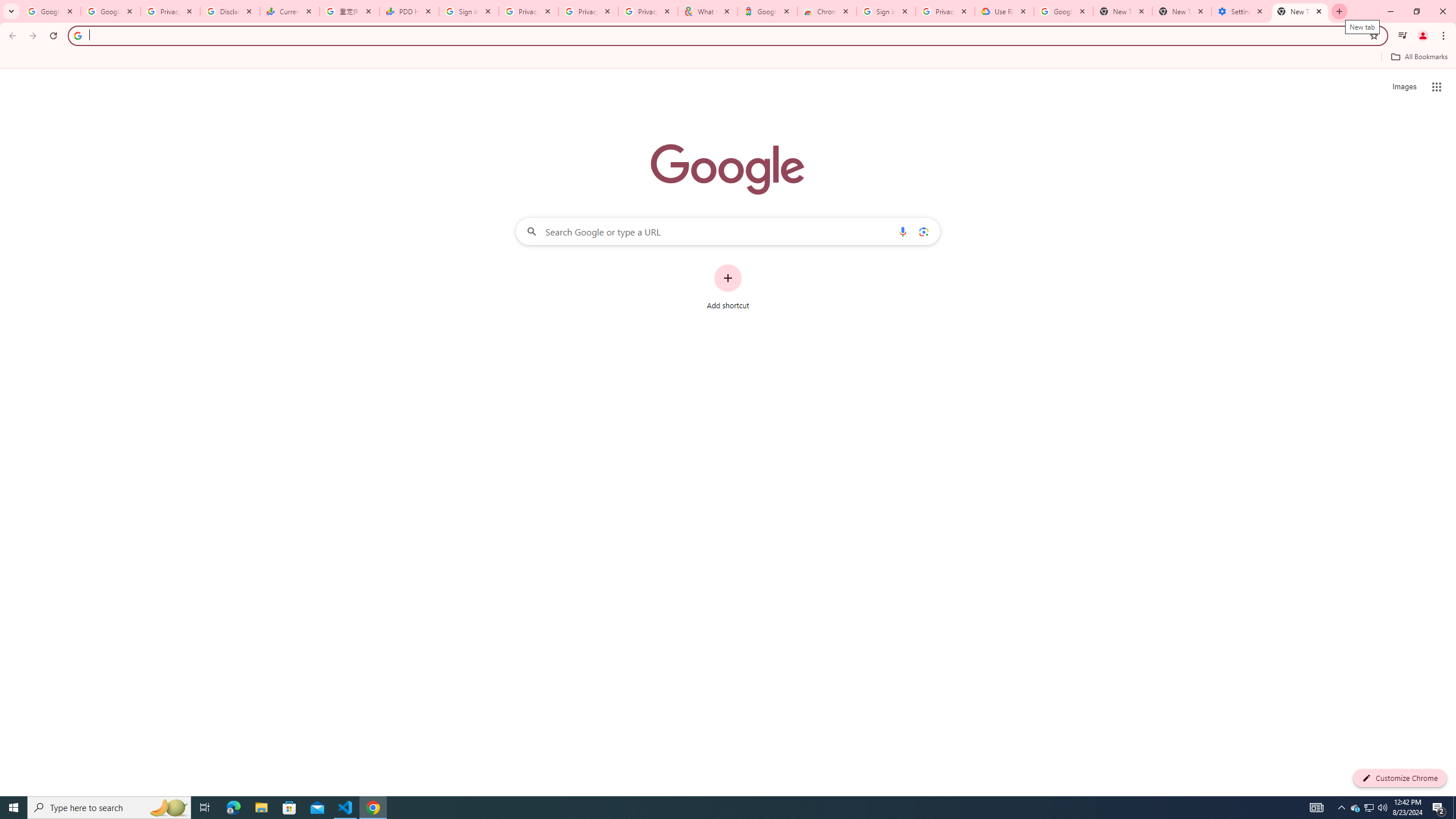 This screenshot has width=1456, height=819. I want to click on 'Sign in - Google Accounts', so click(468, 11).